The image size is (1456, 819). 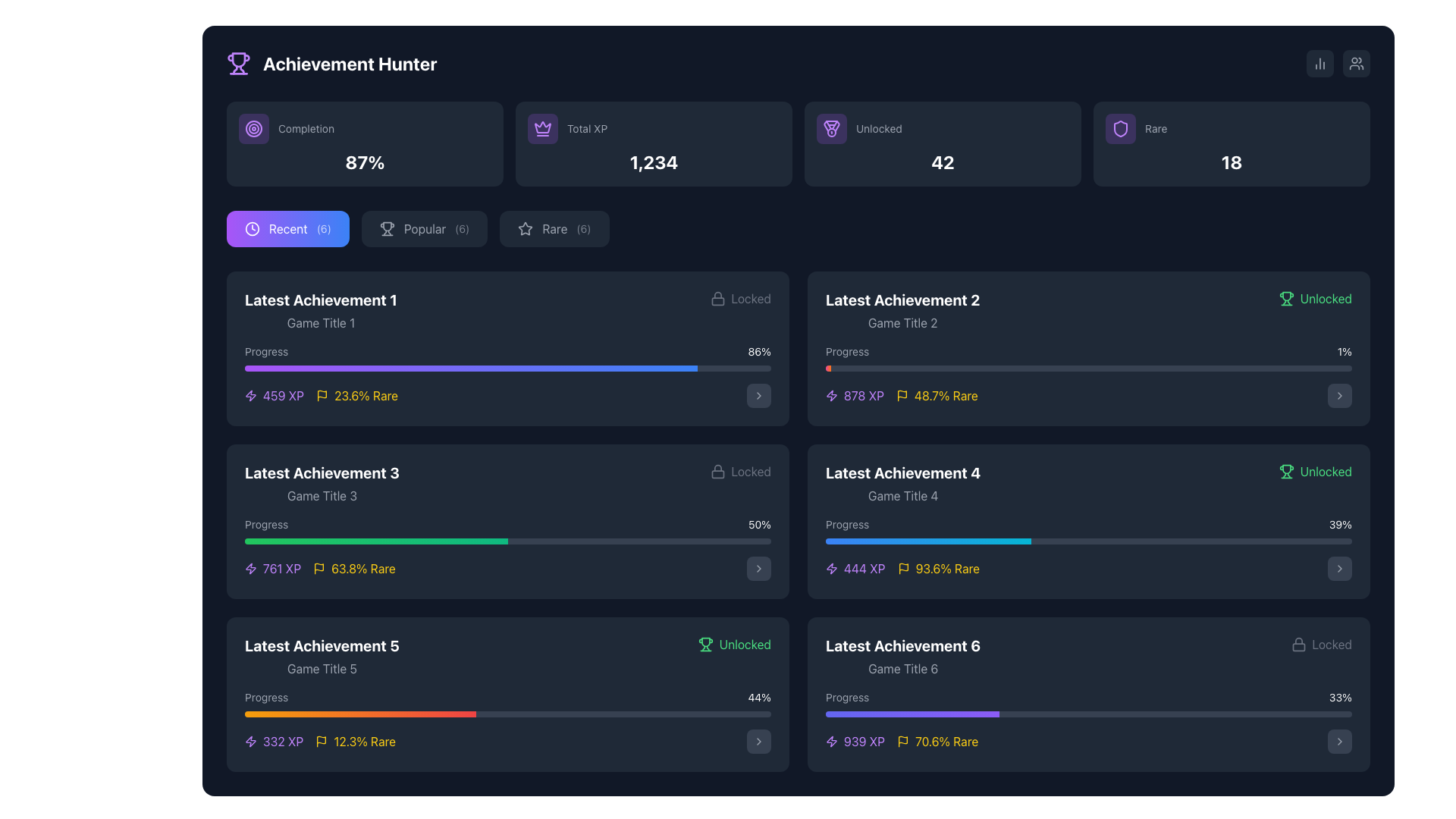 What do you see at coordinates (1319, 63) in the screenshot?
I see `the button icon resembling a bar chart located in the top-right corner of the main interface` at bounding box center [1319, 63].